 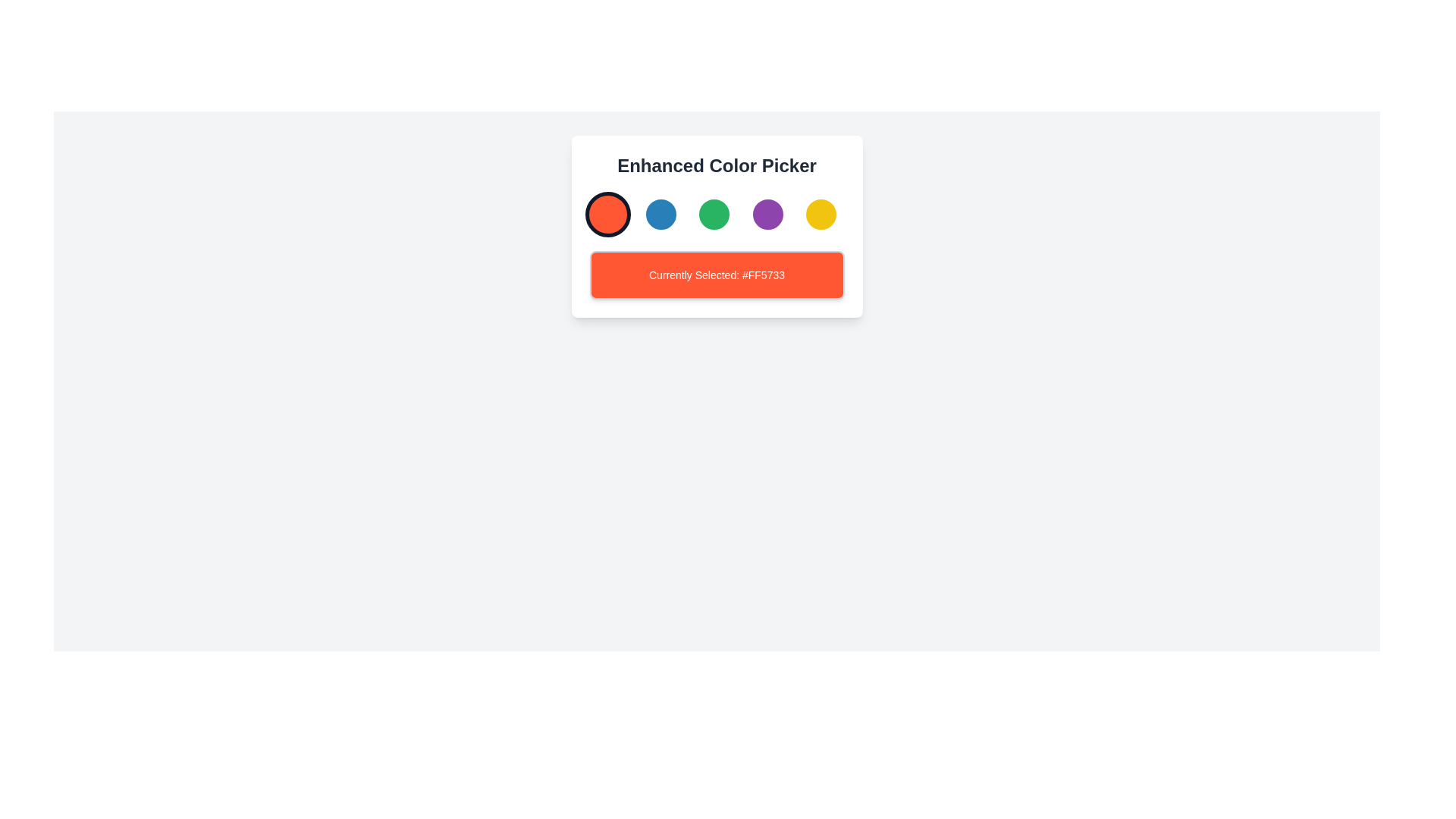 I want to click on the third circular button with a green fill color, so click(x=716, y=227).